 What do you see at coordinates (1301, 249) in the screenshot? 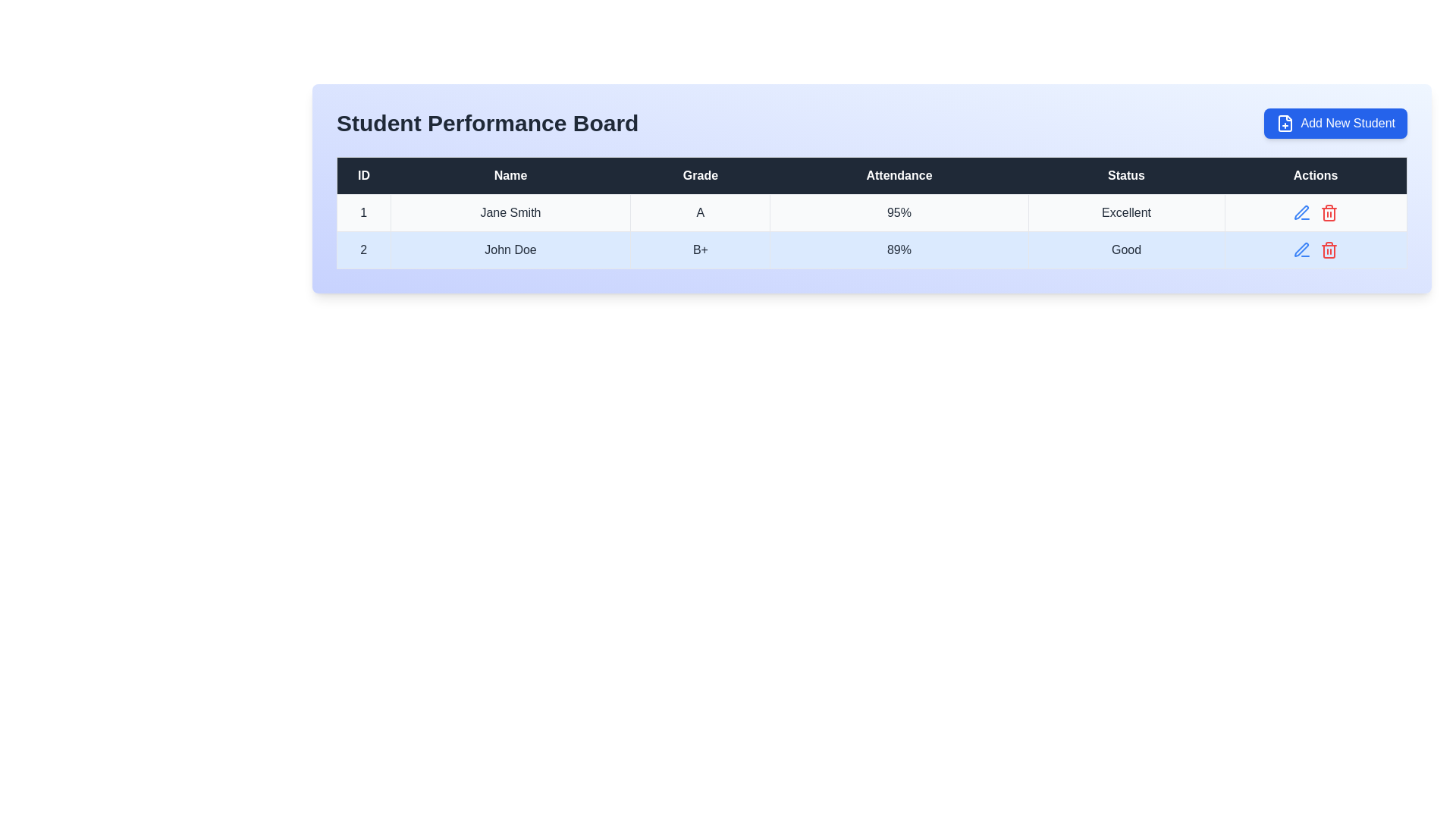
I see `the editing icon button located in the last column of the second row in the 'Student Performance Board' table to change its color` at bounding box center [1301, 249].